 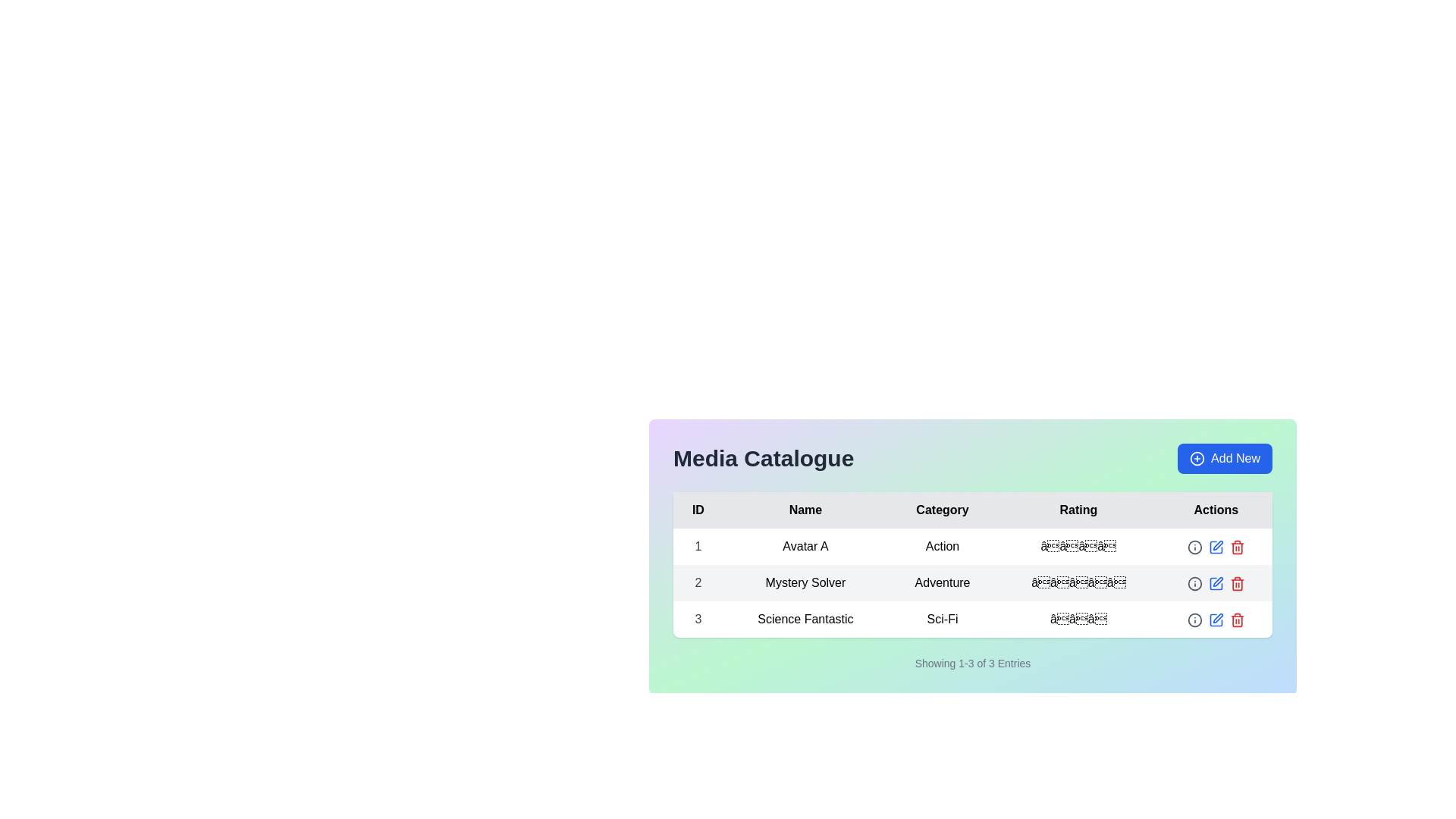 What do you see at coordinates (1194, 547) in the screenshot?
I see `the circular icon button with a gray outline located in the 'Actions' column of the first row corresponding to 'Avatar A'` at bounding box center [1194, 547].